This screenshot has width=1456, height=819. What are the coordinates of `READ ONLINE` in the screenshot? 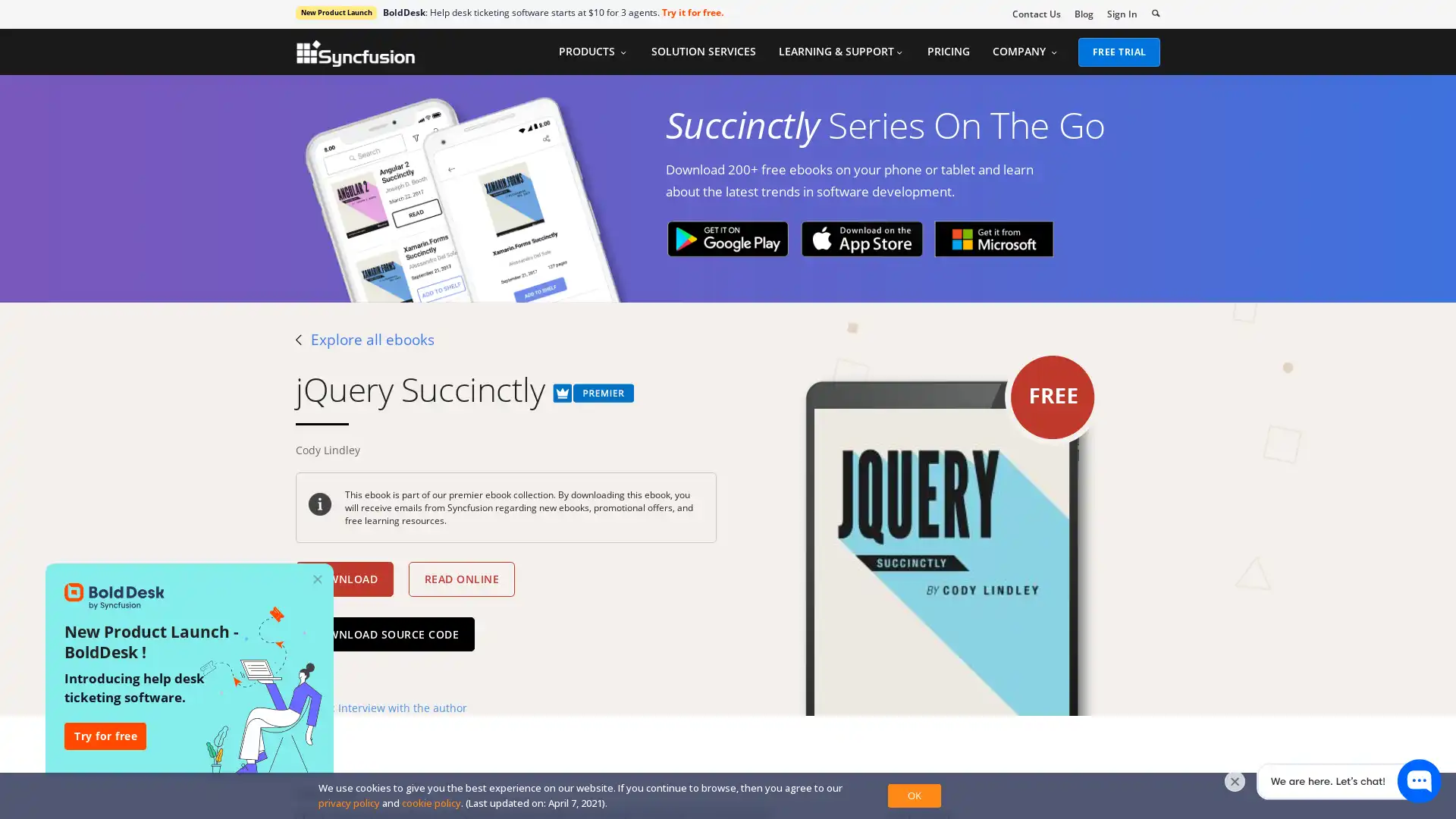 It's located at (460, 579).